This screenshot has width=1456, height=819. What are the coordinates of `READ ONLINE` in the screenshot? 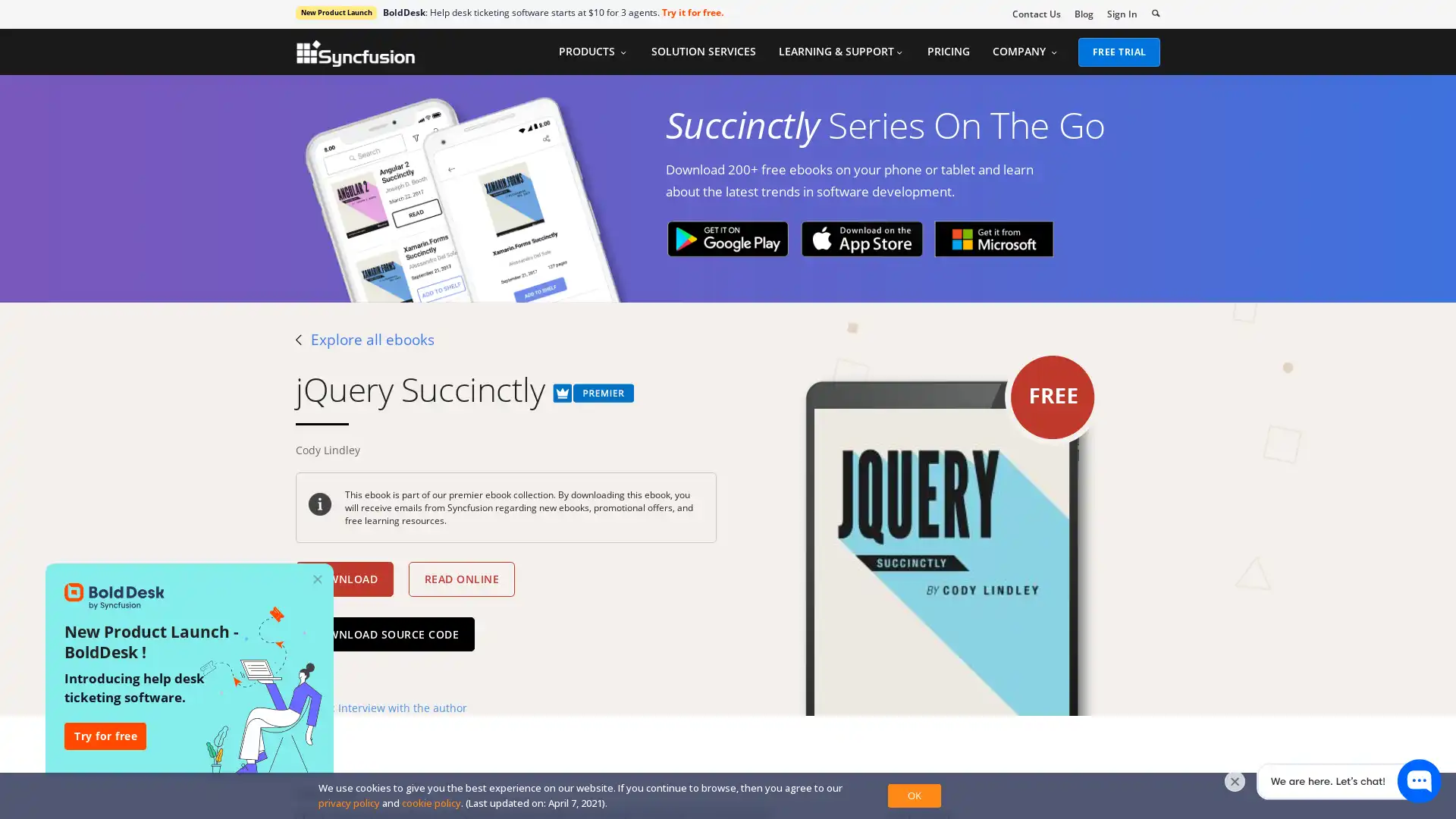 It's located at (460, 579).